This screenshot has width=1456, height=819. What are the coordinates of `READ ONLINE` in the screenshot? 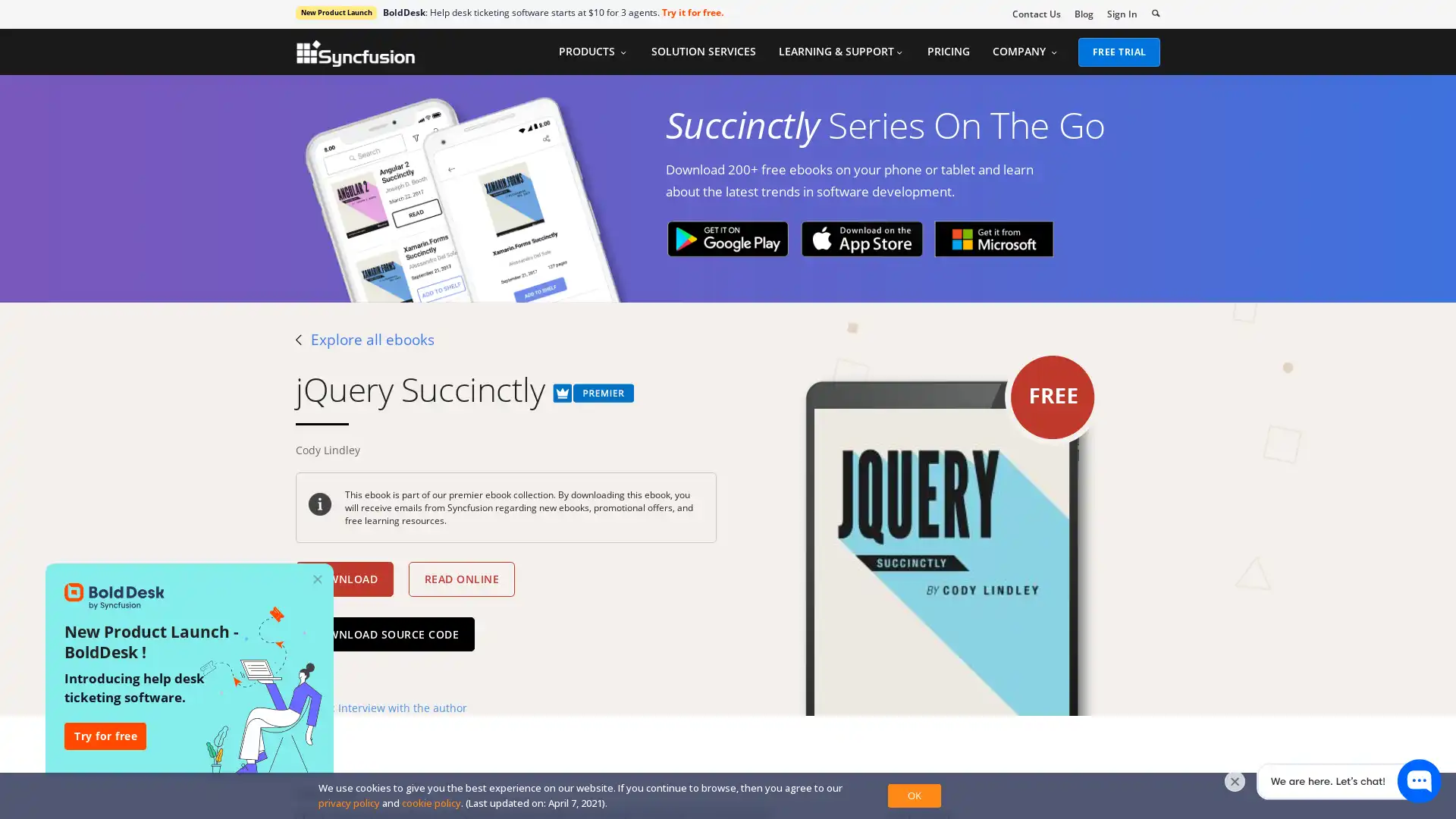 It's located at (460, 579).